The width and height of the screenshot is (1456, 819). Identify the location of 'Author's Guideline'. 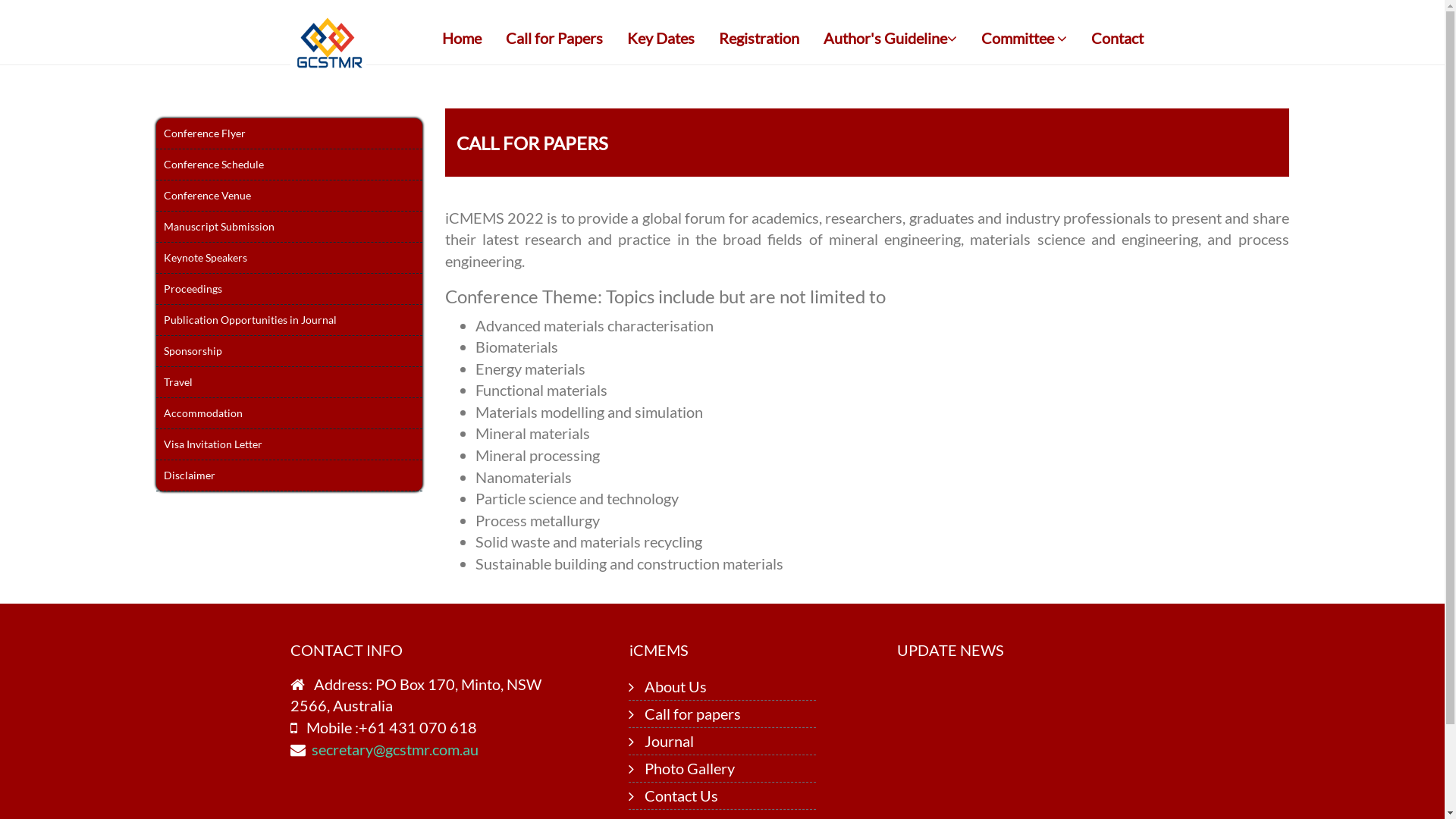
(889, 37).